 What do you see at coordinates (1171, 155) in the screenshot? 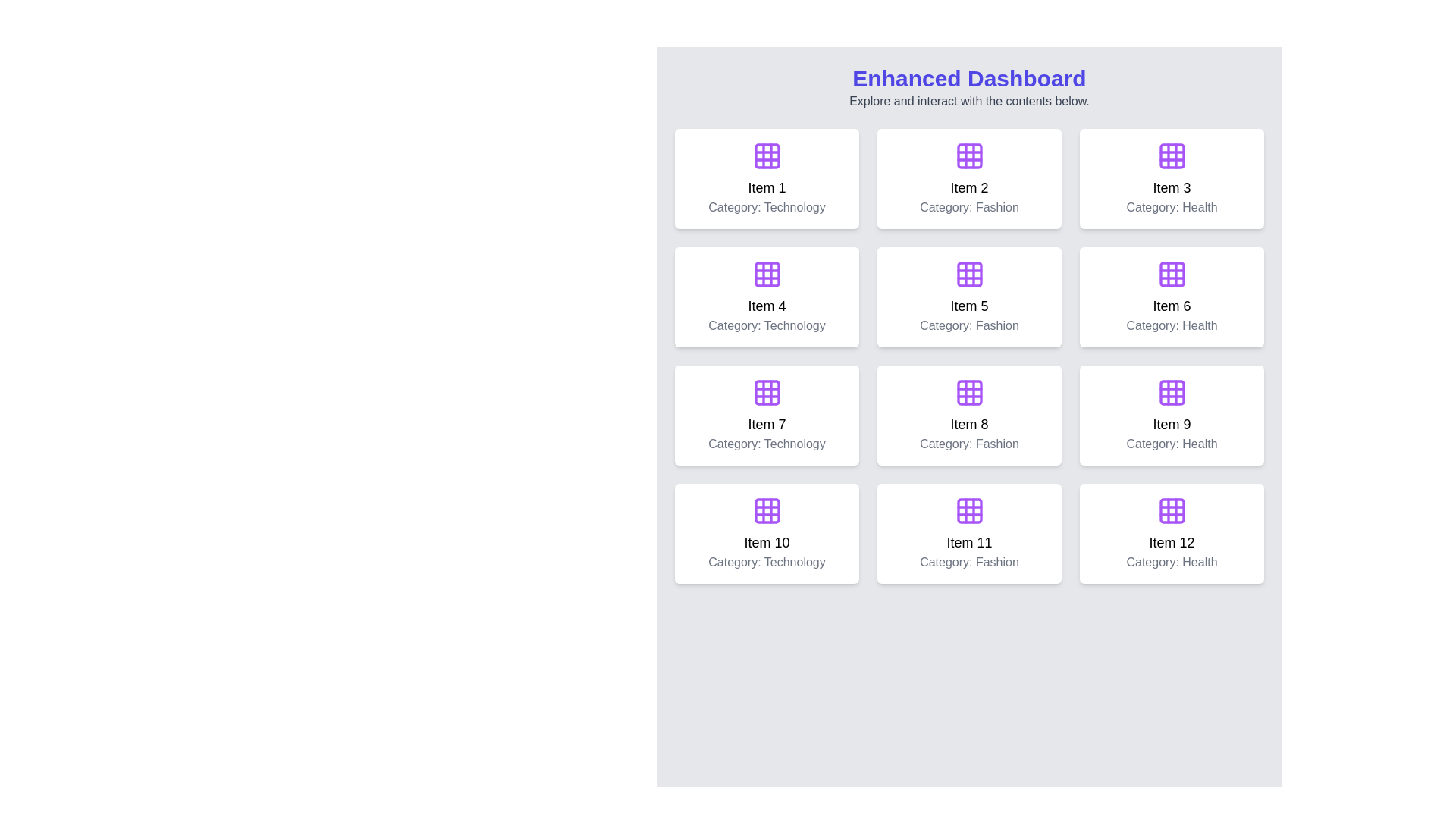
I see `the purple grid icon located at the center of the card labeled 'Item 3' and 'Category: Health'` at bounding box center [1171, 155].